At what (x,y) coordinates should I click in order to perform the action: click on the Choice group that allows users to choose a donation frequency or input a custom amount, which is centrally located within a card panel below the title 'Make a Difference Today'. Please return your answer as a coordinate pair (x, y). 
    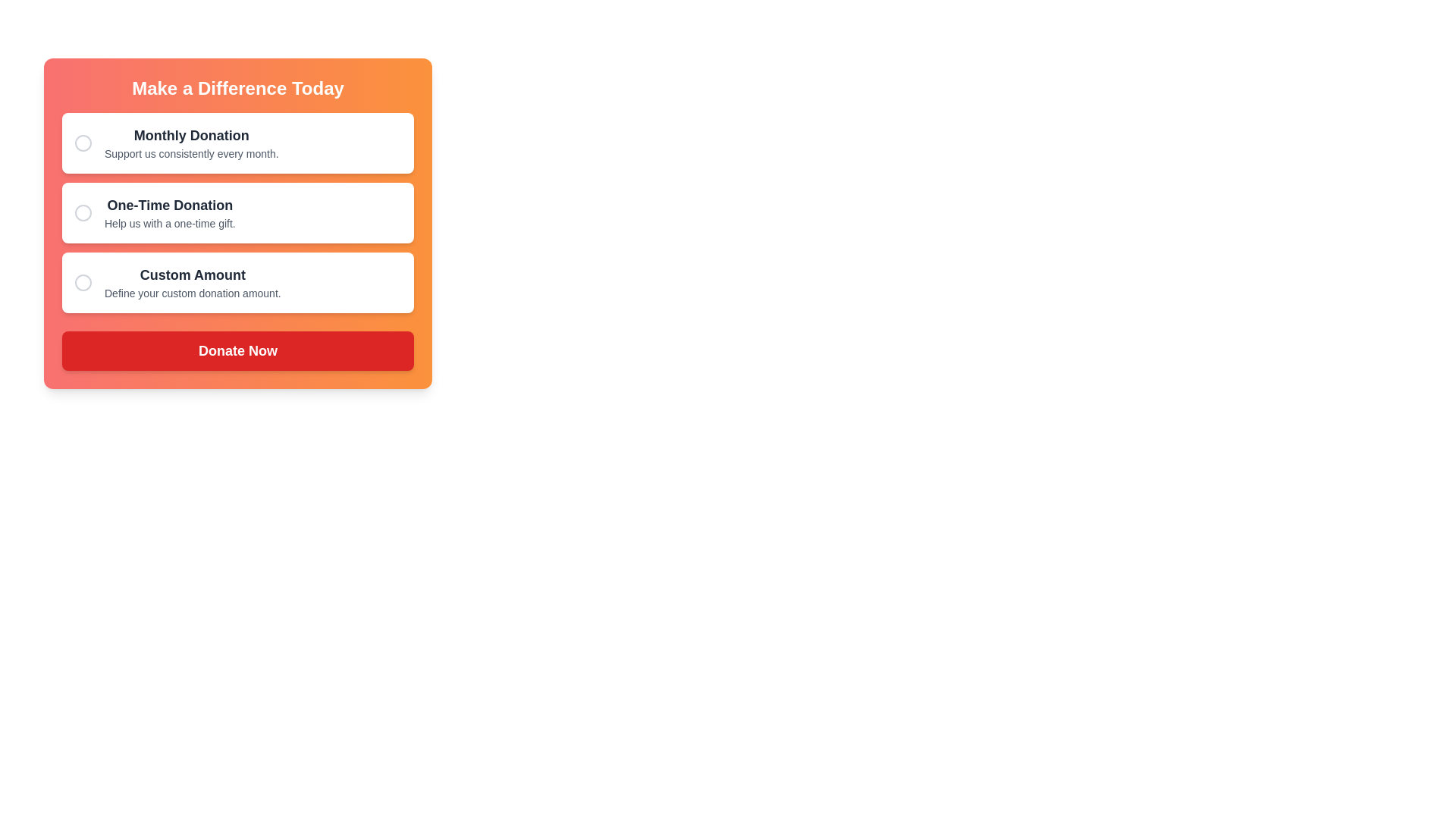
    Looking at the image, I should click on (237, 213).